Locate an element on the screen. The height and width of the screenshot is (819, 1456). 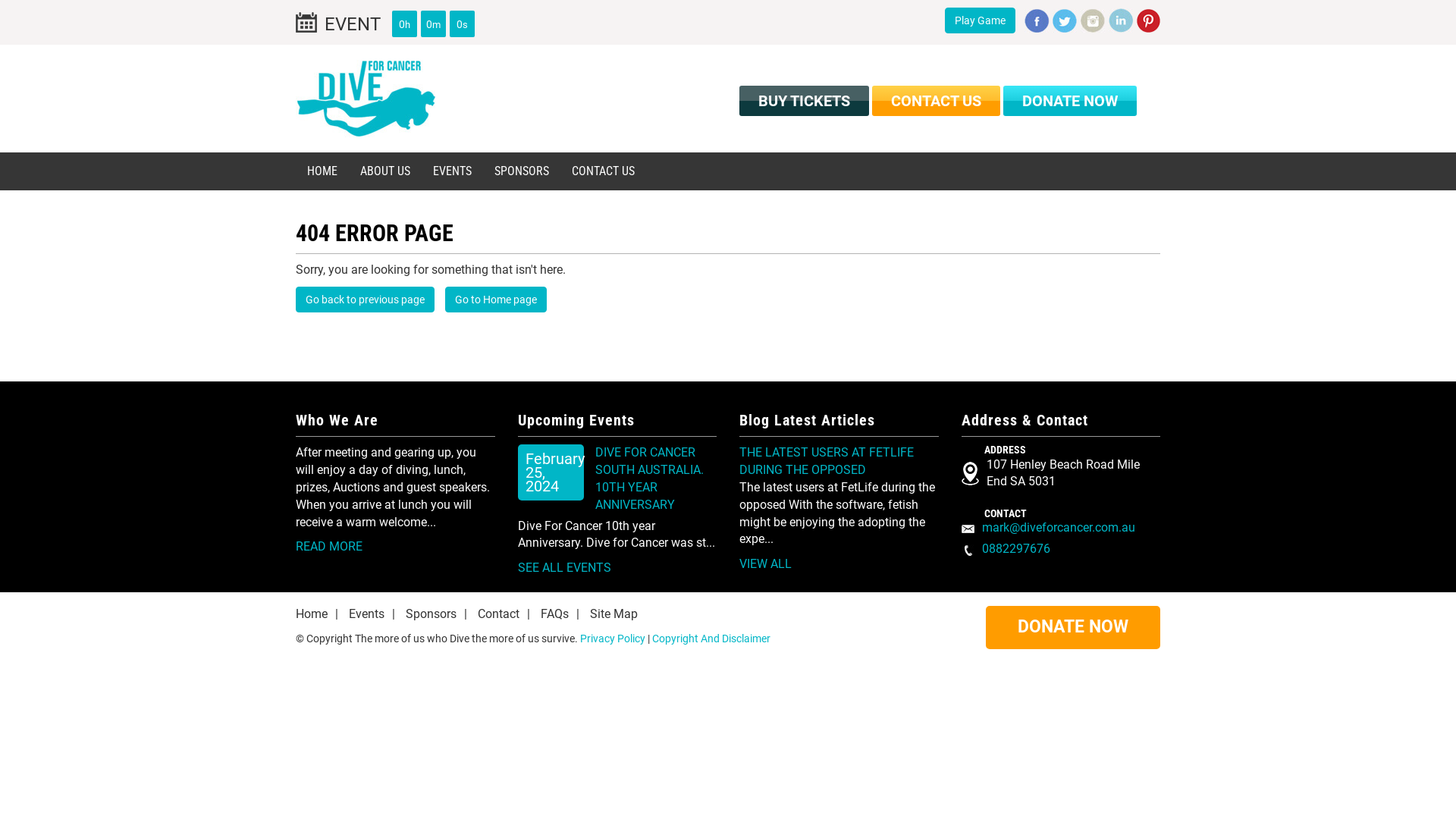
'mark@diveforcancer.com.au' is located at coordinates (1057, 526).